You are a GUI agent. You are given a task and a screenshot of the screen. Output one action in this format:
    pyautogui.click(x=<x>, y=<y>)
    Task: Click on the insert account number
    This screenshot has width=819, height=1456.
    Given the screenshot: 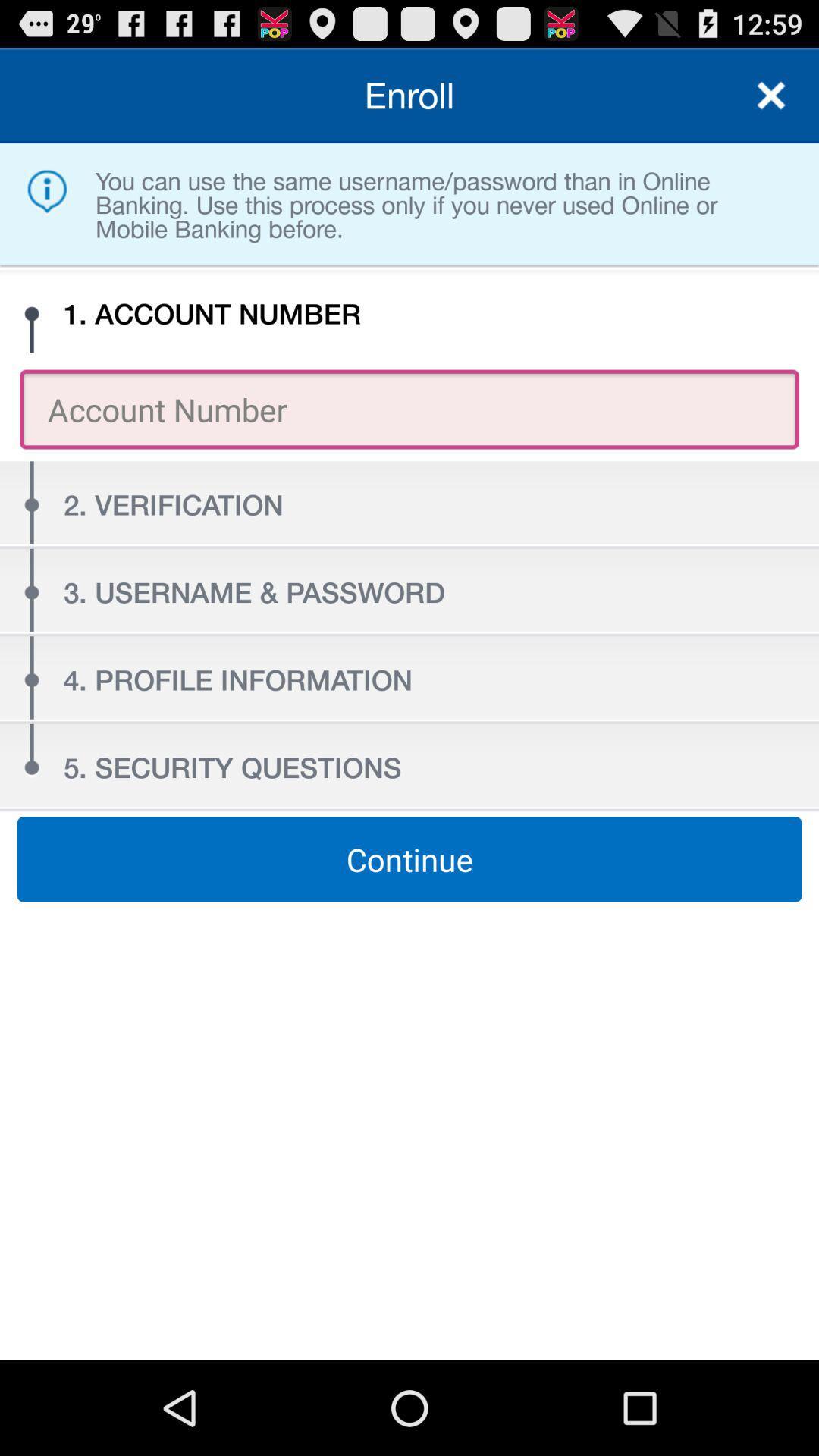 What is the action you would take?
    pyautogui.click(x=409, y=409)
    